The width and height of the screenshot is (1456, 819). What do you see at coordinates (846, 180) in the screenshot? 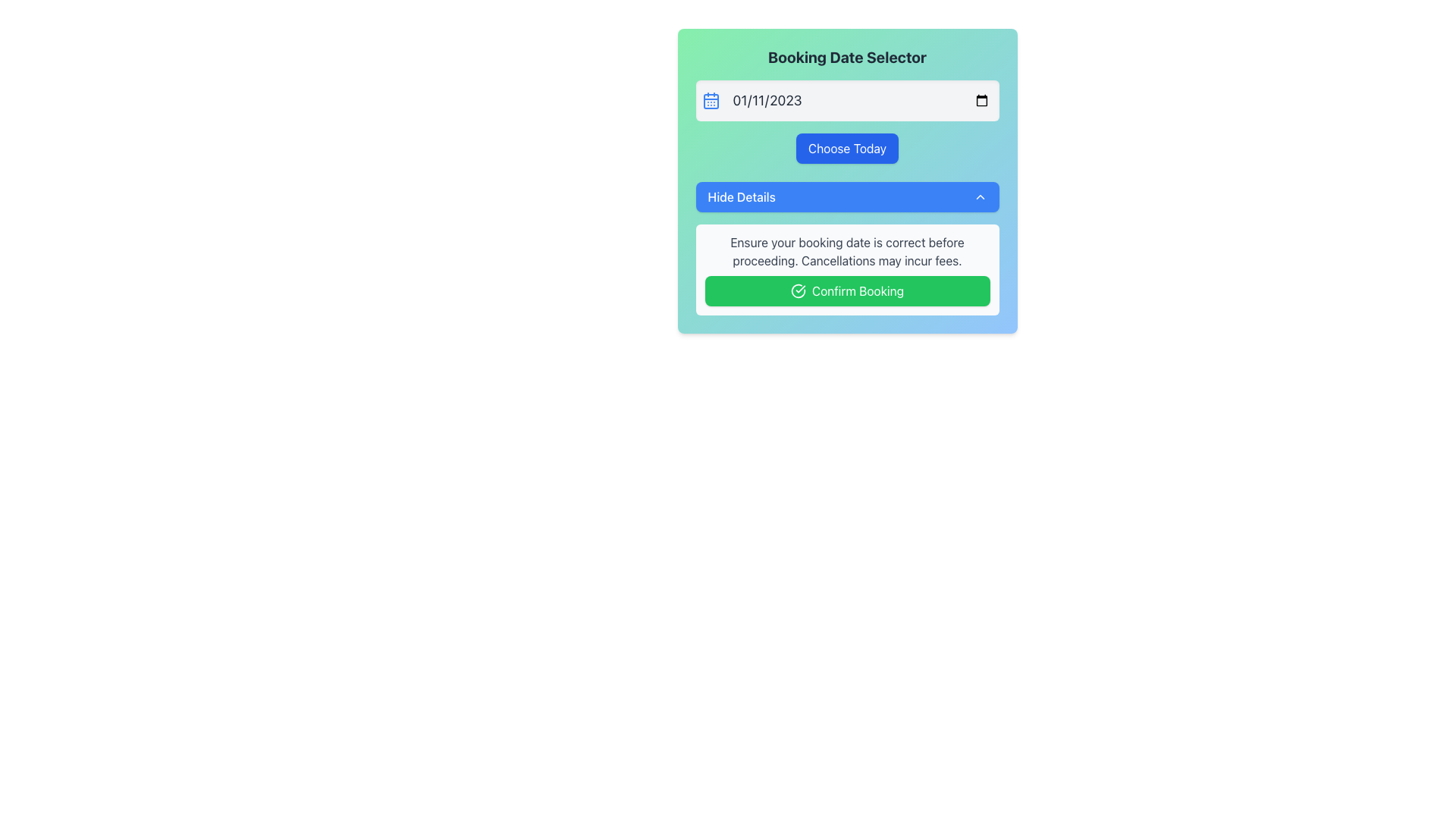
I see `the 'Hide Details' button, which is a blue button with white text and an upward-pointing icon` at bounding box center [846, 180].